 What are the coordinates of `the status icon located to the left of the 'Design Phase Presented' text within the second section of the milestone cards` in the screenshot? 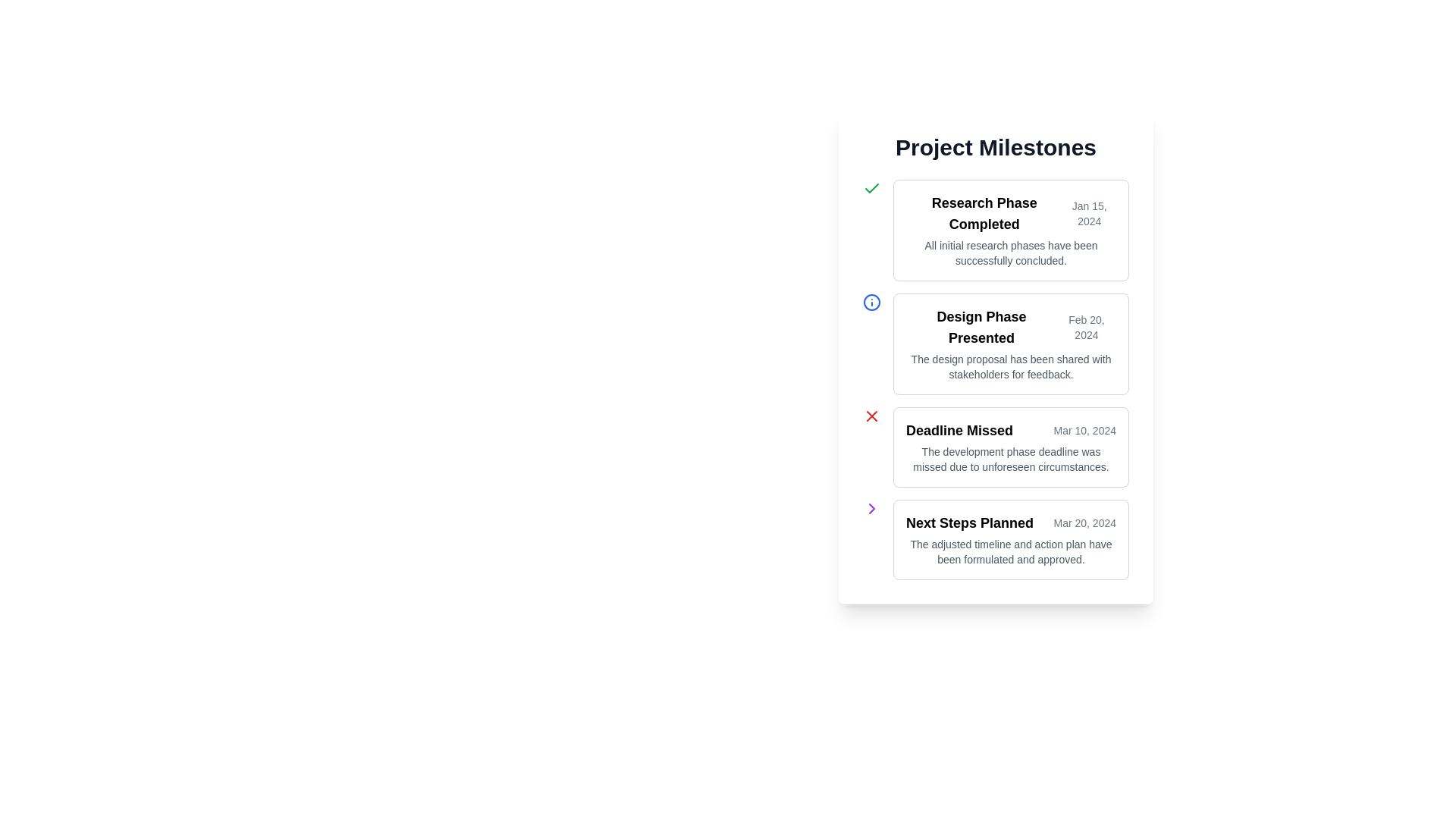 It's located at (872, 302).